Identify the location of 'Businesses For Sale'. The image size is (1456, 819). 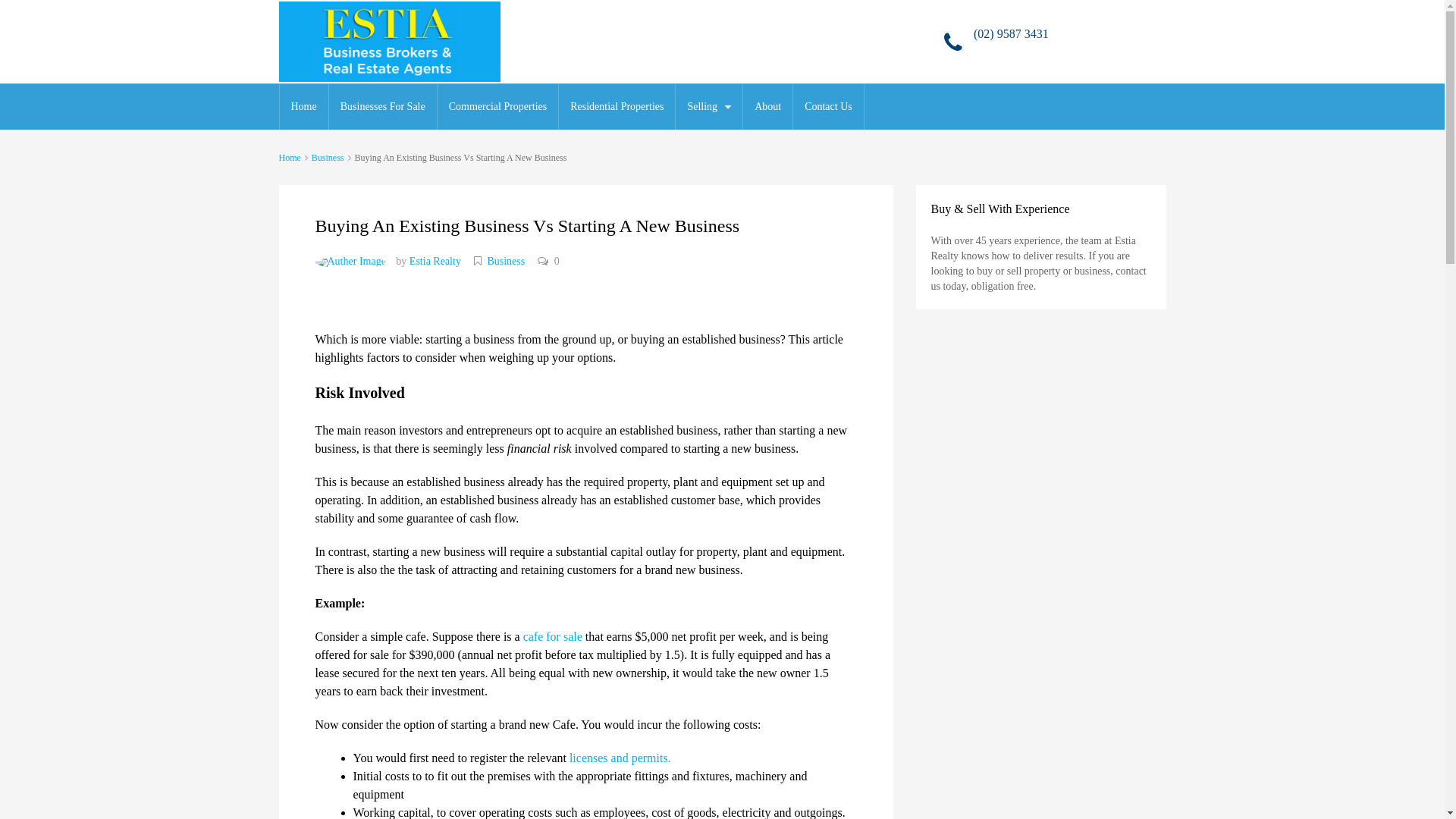
(382, 106).